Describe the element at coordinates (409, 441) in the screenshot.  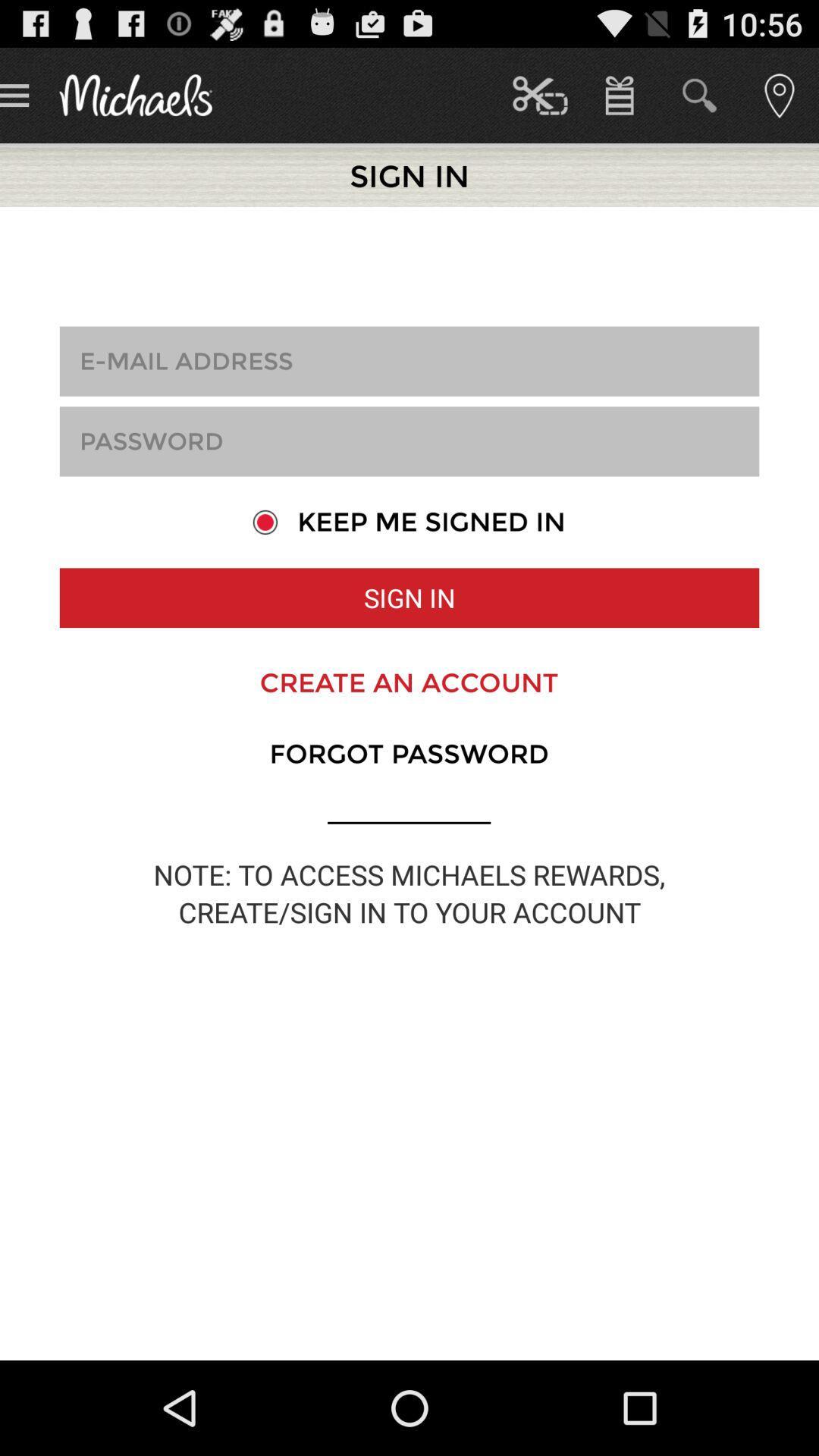
I see `text box for password` at that location.